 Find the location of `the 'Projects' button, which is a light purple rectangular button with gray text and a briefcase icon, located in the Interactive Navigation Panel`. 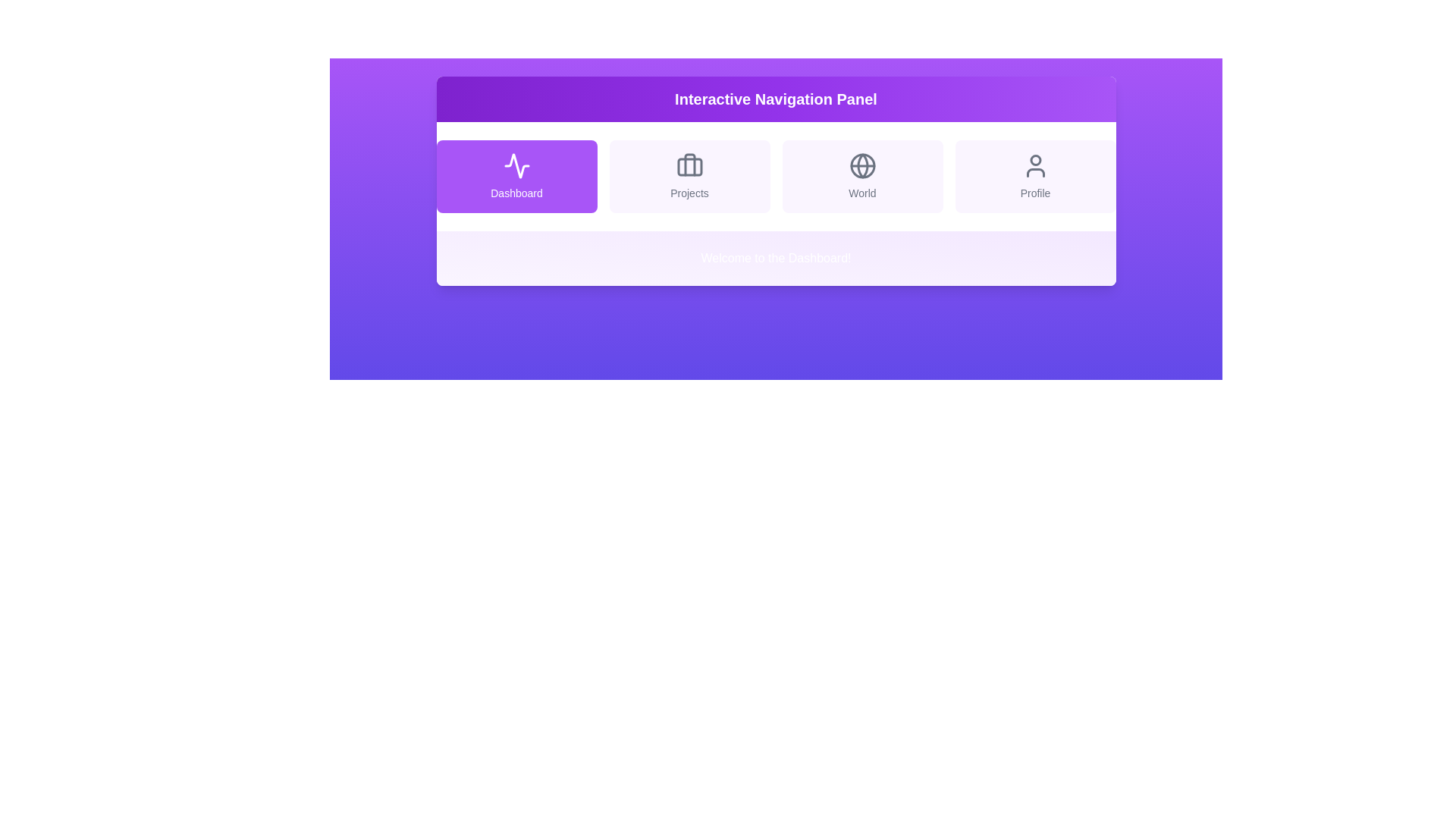

the 'Projects' button, which is a light purple rectangular button with gray text and a briefcase icon, located in the Interactive Navigation Panel is located at coordinates (689, 175).